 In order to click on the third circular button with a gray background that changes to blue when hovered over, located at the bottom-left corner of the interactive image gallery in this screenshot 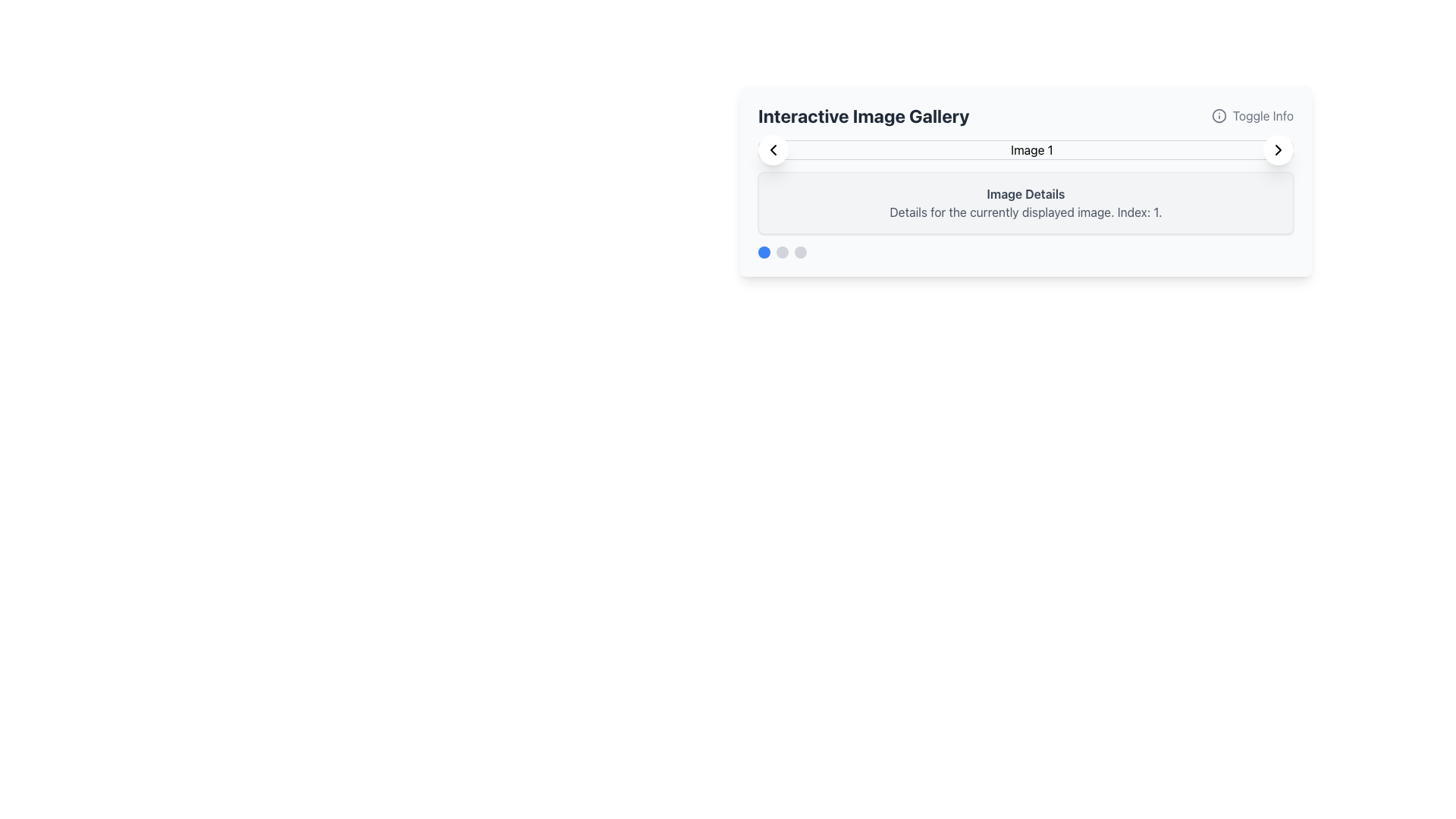, I will do `click(800, 251)`.